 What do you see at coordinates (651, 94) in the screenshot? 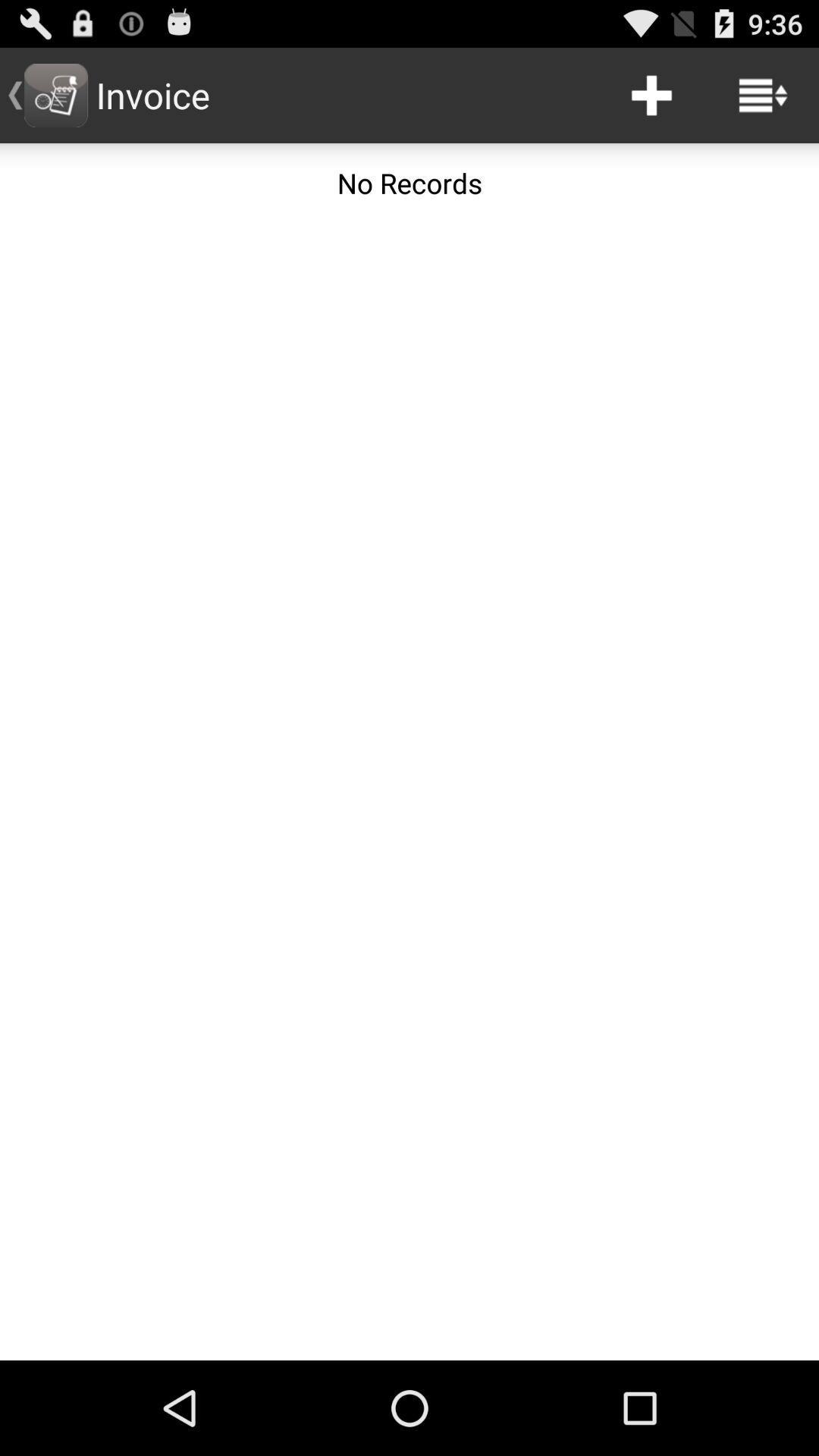
I see `the app above no records app` at bounding box center [651, 94].